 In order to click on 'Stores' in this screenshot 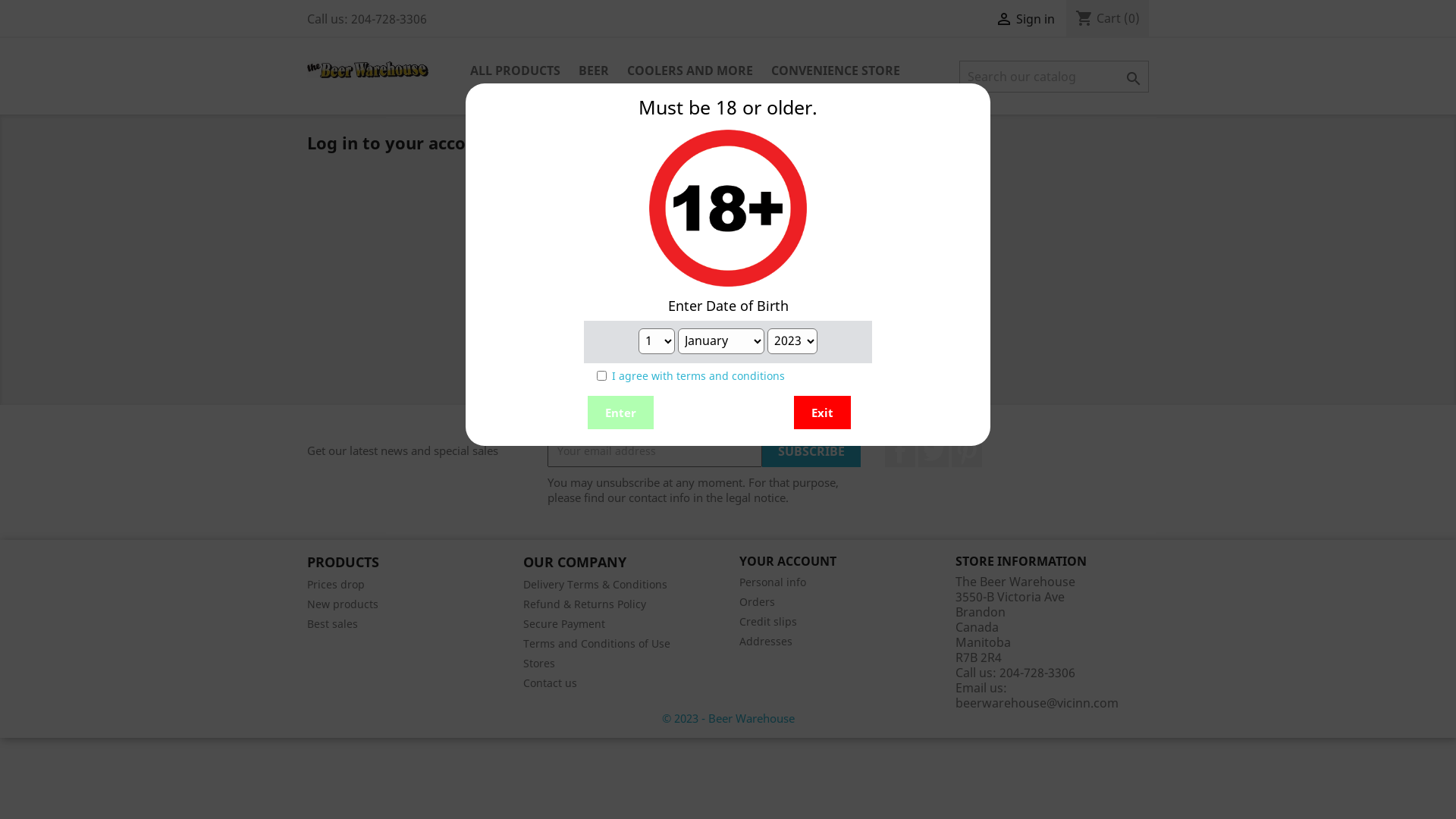, I will do `click(538, 662)`.